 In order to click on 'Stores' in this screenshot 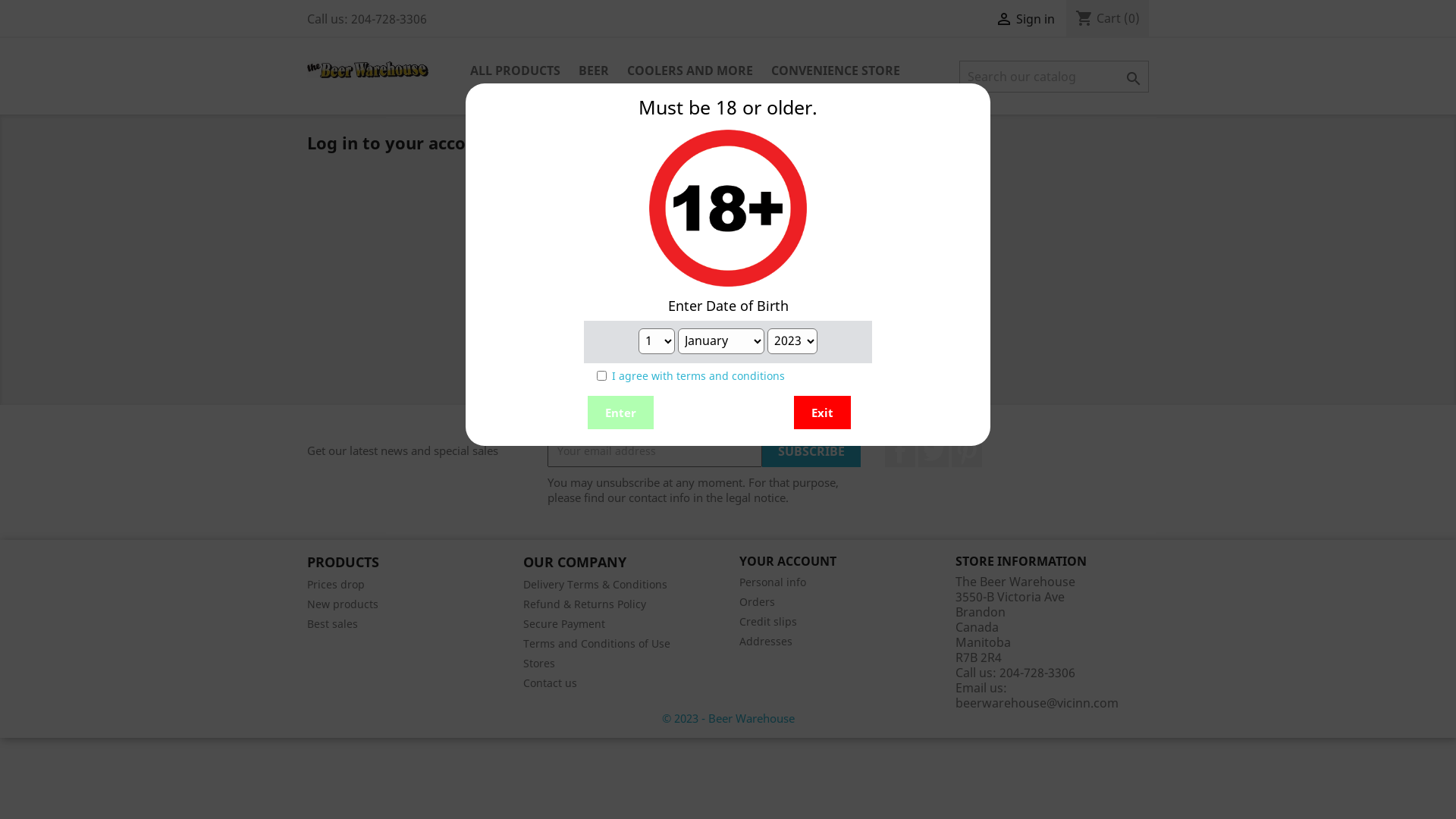, I will do `click(538, 662)`.